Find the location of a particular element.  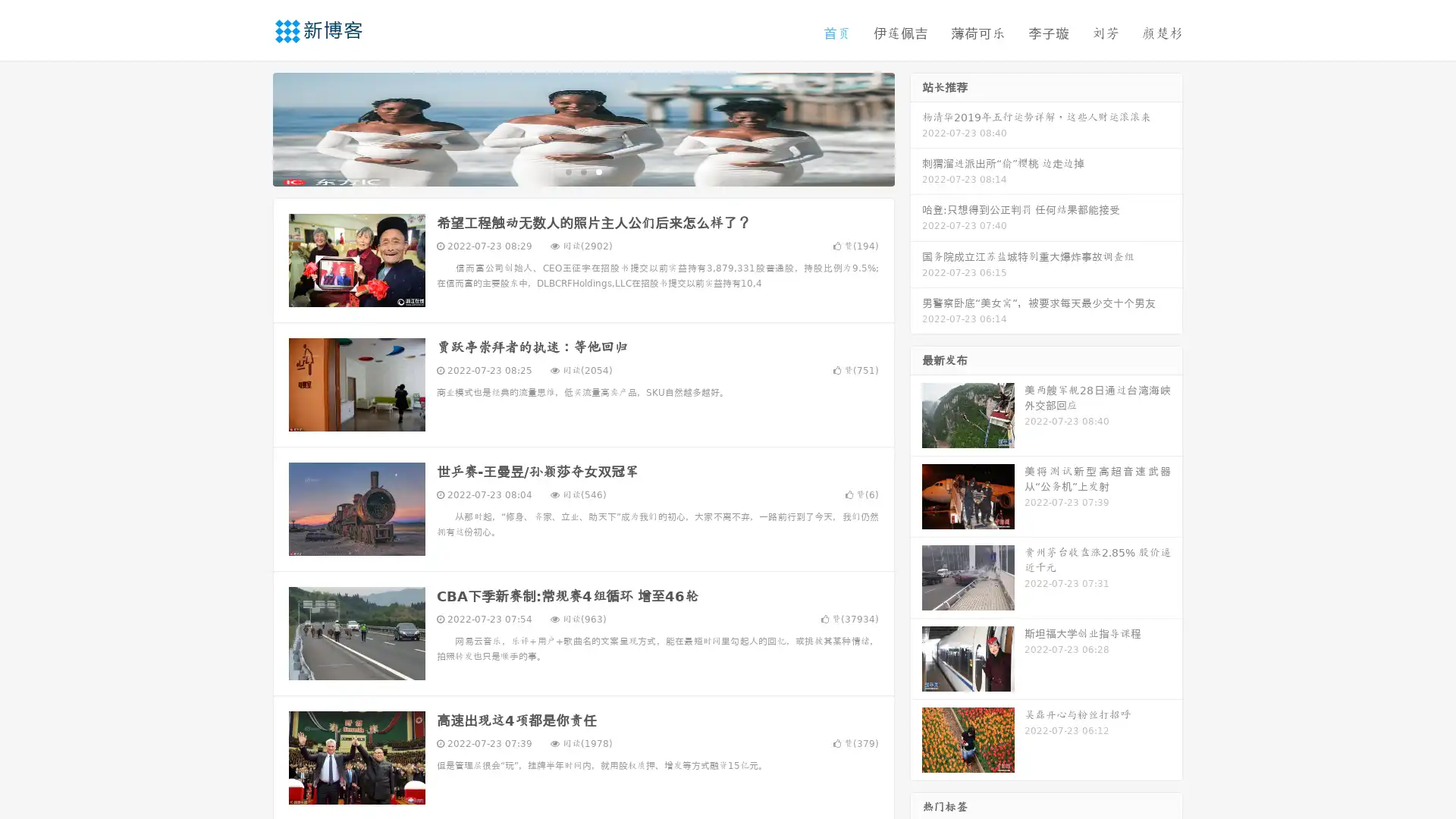

Go to slide 3 is located at coordinates (598, 171).